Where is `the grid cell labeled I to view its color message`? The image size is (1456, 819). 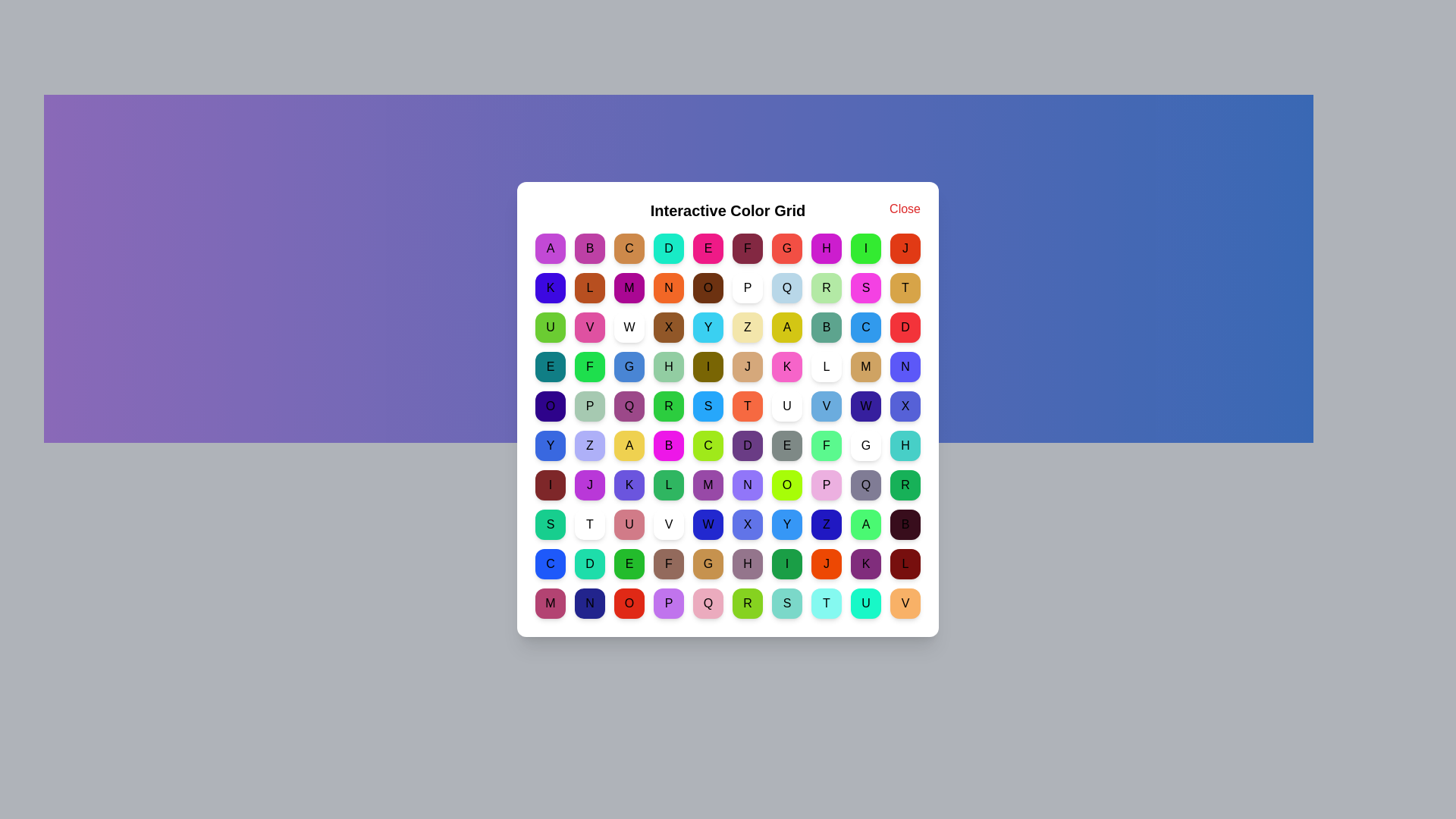 the grid cell labeled I to view its color message is located at coordinates (866, 247).